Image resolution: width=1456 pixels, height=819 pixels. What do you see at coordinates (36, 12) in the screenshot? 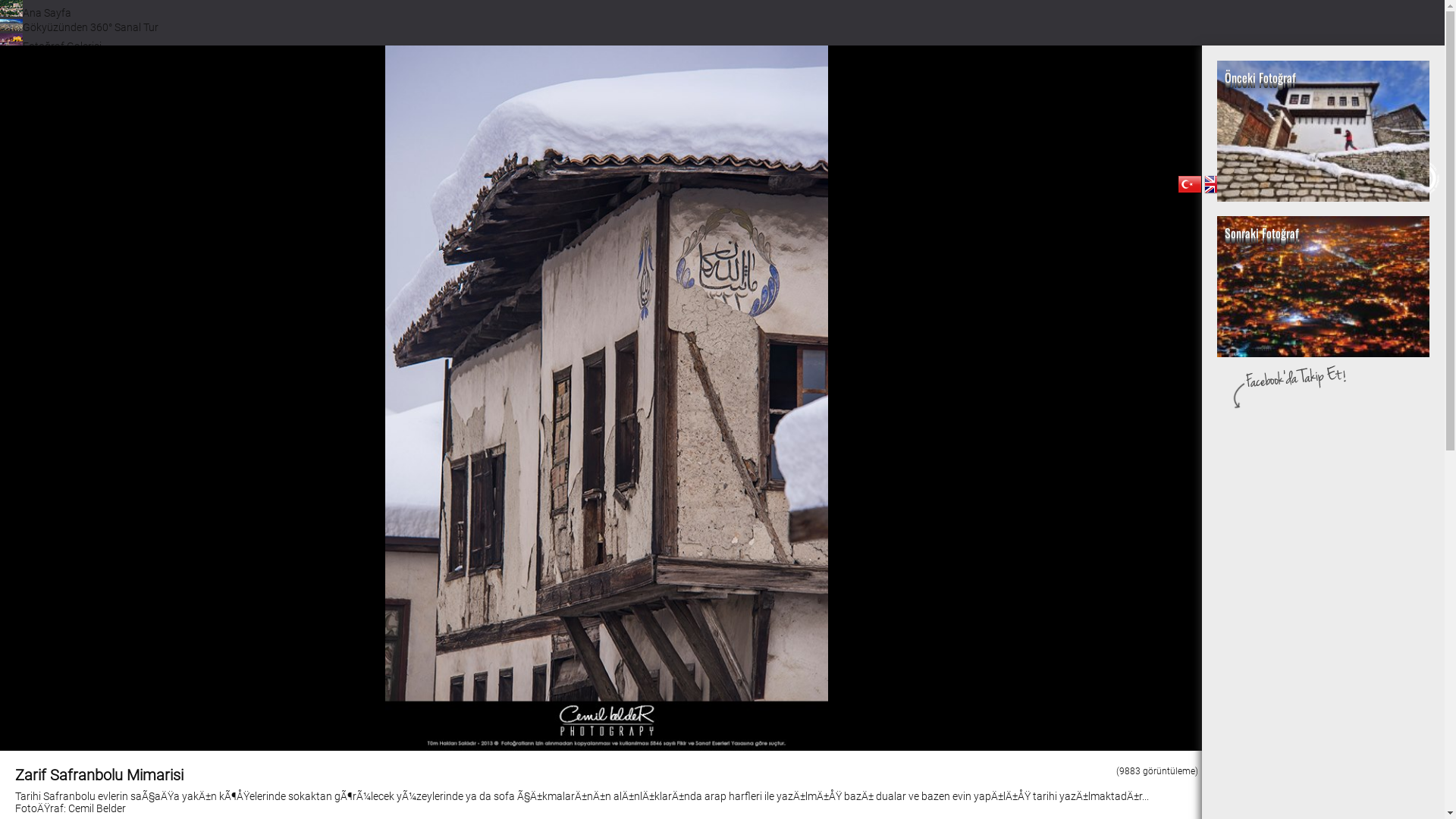
I see `'Ana Sayfa'` at bounding box center [36, 12].